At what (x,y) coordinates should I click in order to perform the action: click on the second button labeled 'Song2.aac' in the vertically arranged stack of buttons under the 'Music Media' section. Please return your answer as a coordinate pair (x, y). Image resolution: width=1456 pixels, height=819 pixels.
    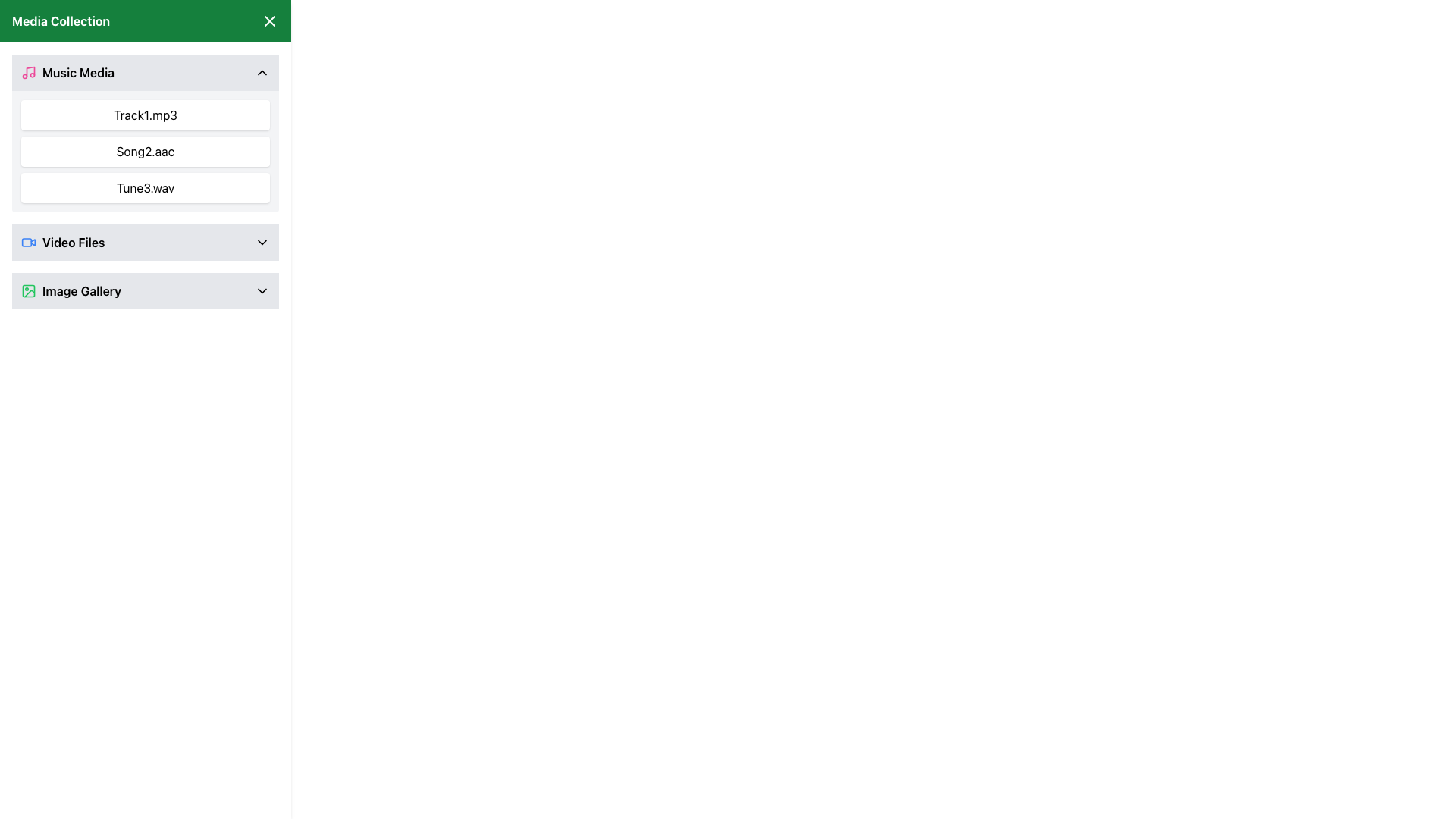
    Looking at the image, I should click on (146, 152).